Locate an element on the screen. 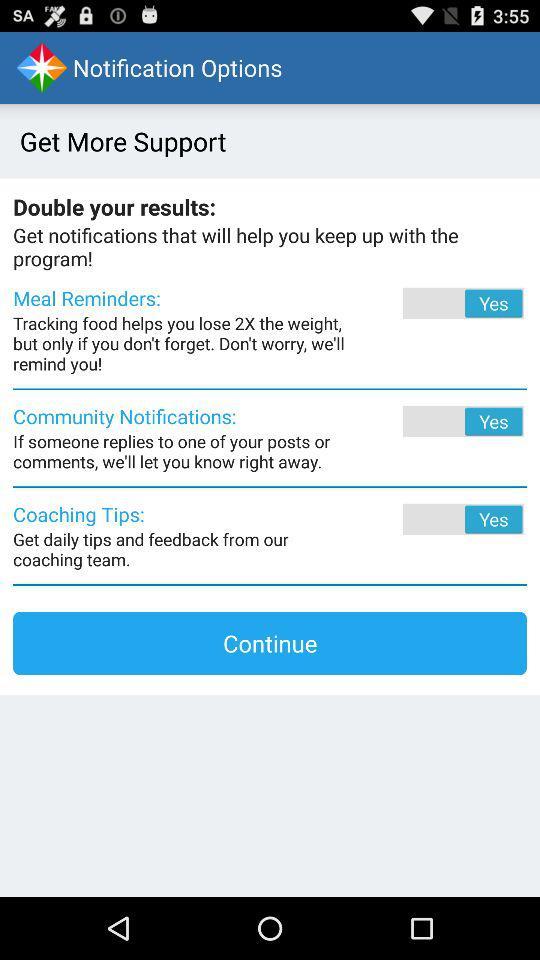  reminders is located at coordinates (435, 303).